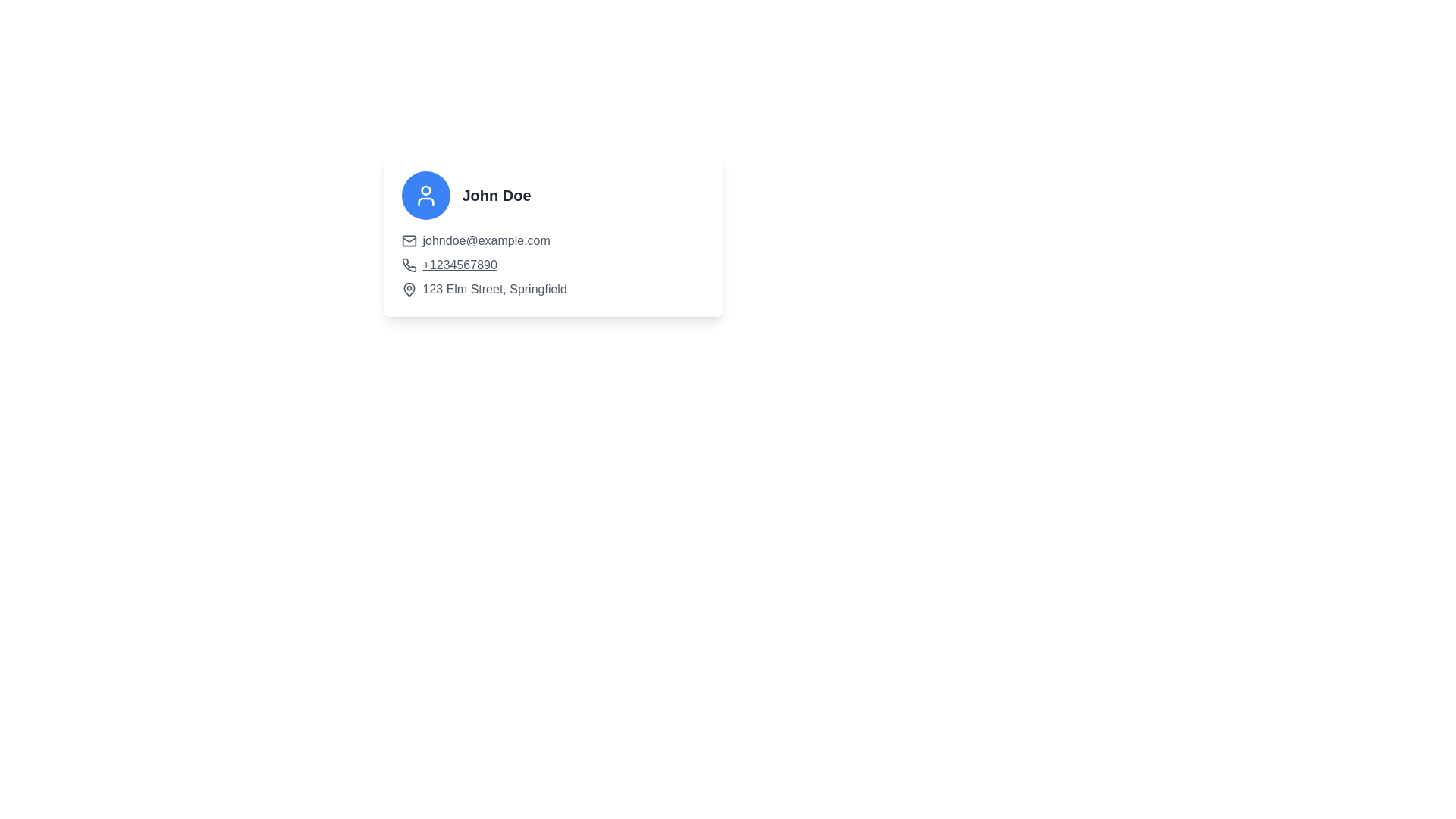 The height and width of the screenshot is (819, 1456). Describe the element at coordinates (425, 195) in the screenshot. I see `the user icon, which is a simplistic SVG depiction of a person surrounded by a blue circular background, located in the top-left corner of the white card interface` at that location.